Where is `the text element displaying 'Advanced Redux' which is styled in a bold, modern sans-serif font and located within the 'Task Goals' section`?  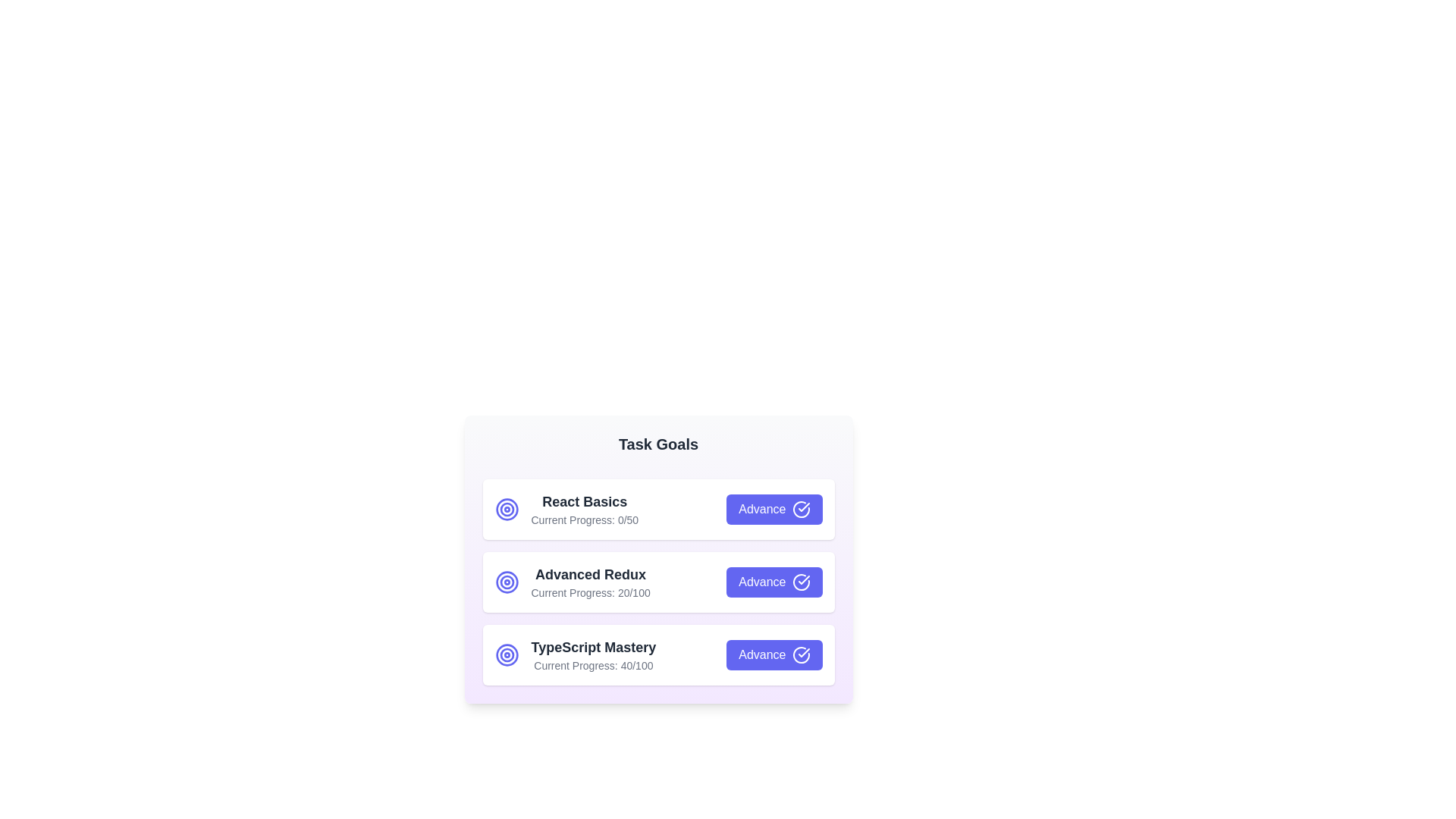
the text element displaying 'Advanced Redux' which is styled in a bold, modern sans-serif font and located within the 'Task Goals' section is located at coordinates (590, 575).